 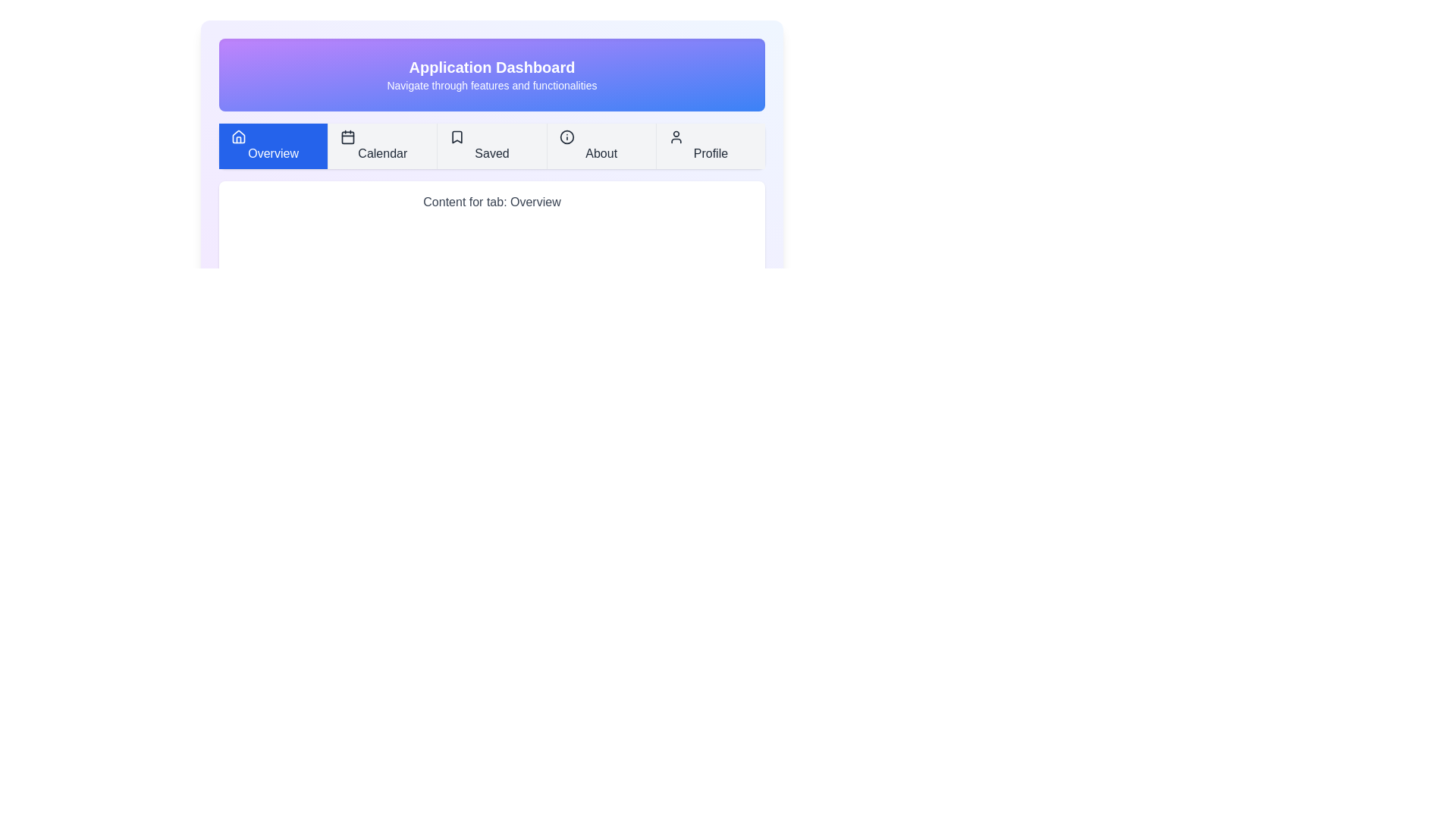 What do you see at coordinates (273, 146) in the screenshot?
I see `the 'Overview' tab in the navigation menu, which is styled with a blue background and white text` at bounding box center [273, 146].